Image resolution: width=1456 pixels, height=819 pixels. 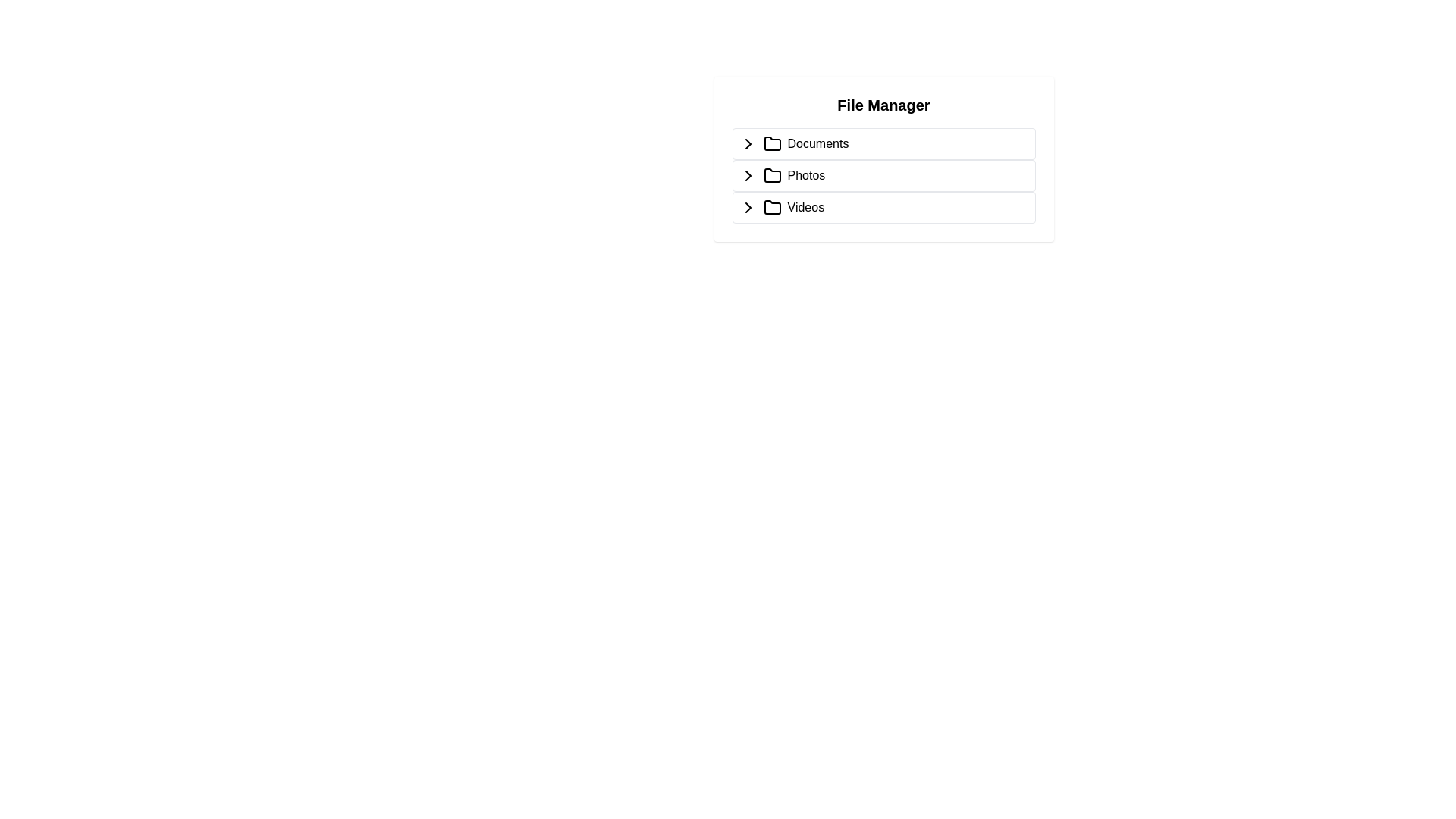 What do you see at coordinates (883, 174) in the screenshot?
I see `the second item in the navigational list titled 'Photos' within the 'File Manager'` at bounding box center [883, 174].